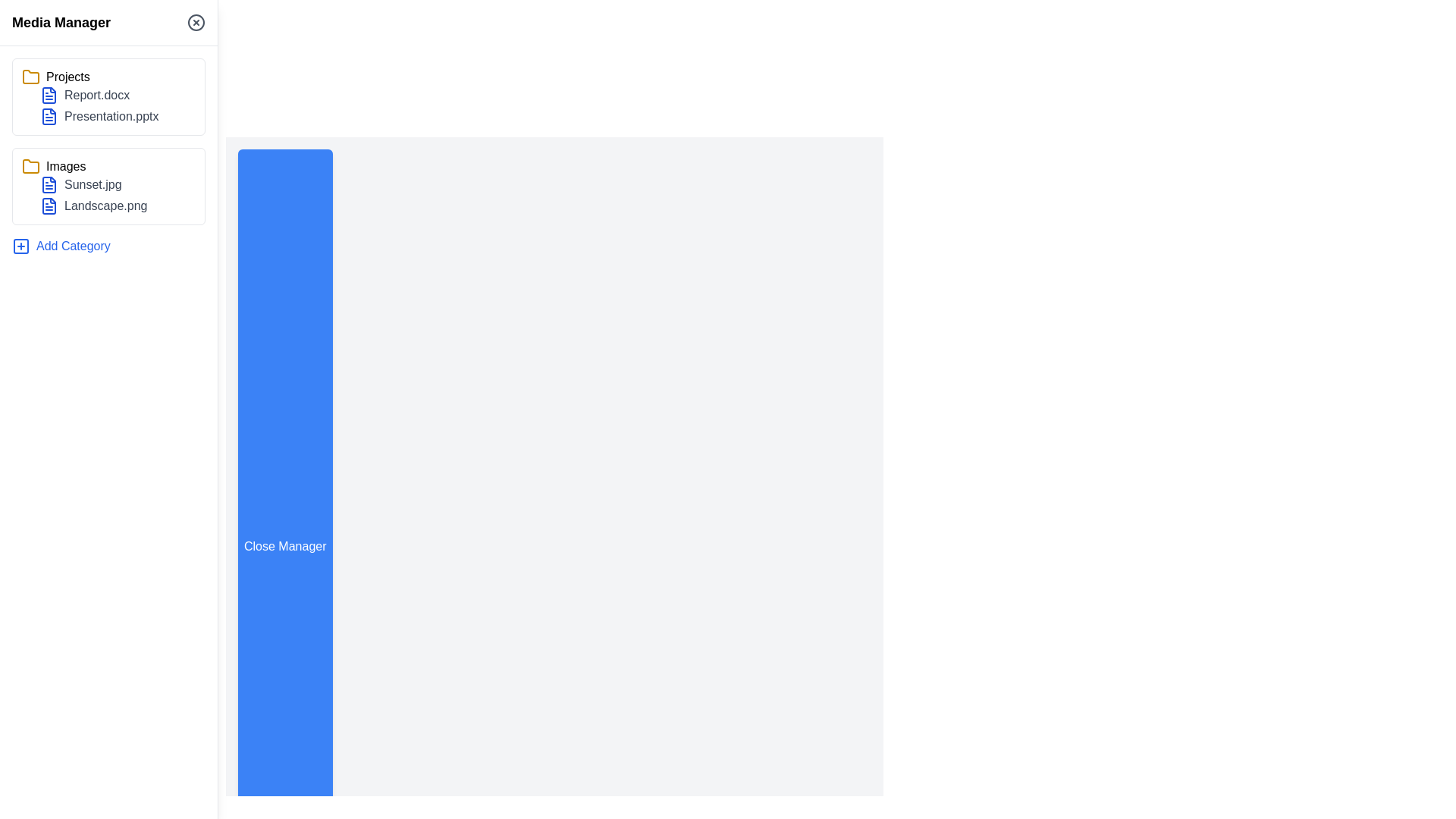 The height and width of the screenshot is (819, 1456). What do you see at coordinates (49, 96) in the screenshot?
I see `the document icon located in the left sidebar of the interface, which features a rectangular body with a folded-over top-right corner, if it is interactive in some scenarios` at bounding box center [49, 96].